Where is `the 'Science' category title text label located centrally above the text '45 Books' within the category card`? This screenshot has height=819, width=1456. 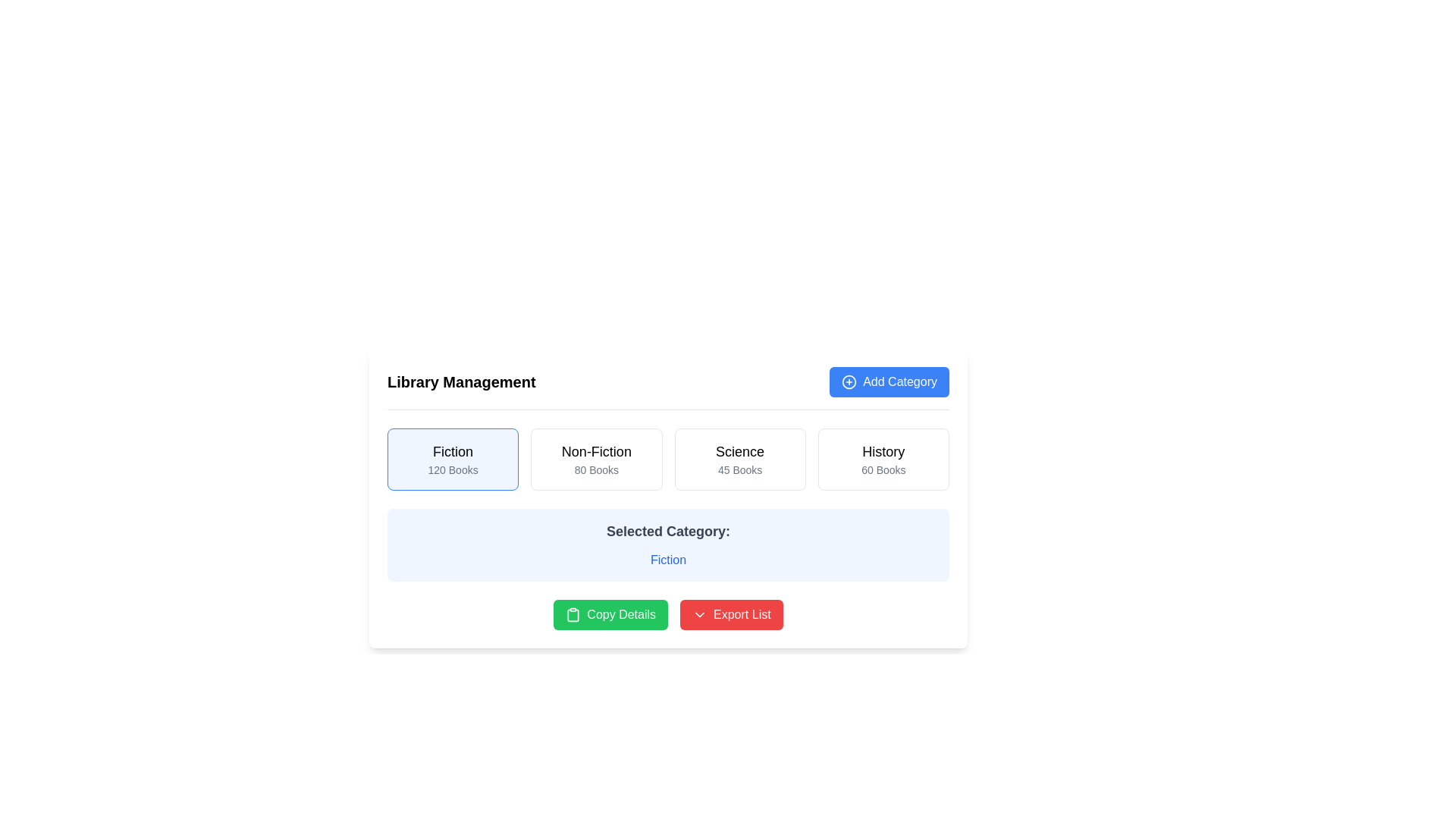
the 'Science' category title text label located centrally above the text '45 Books' within the category card is located at coordinates (740, 451).